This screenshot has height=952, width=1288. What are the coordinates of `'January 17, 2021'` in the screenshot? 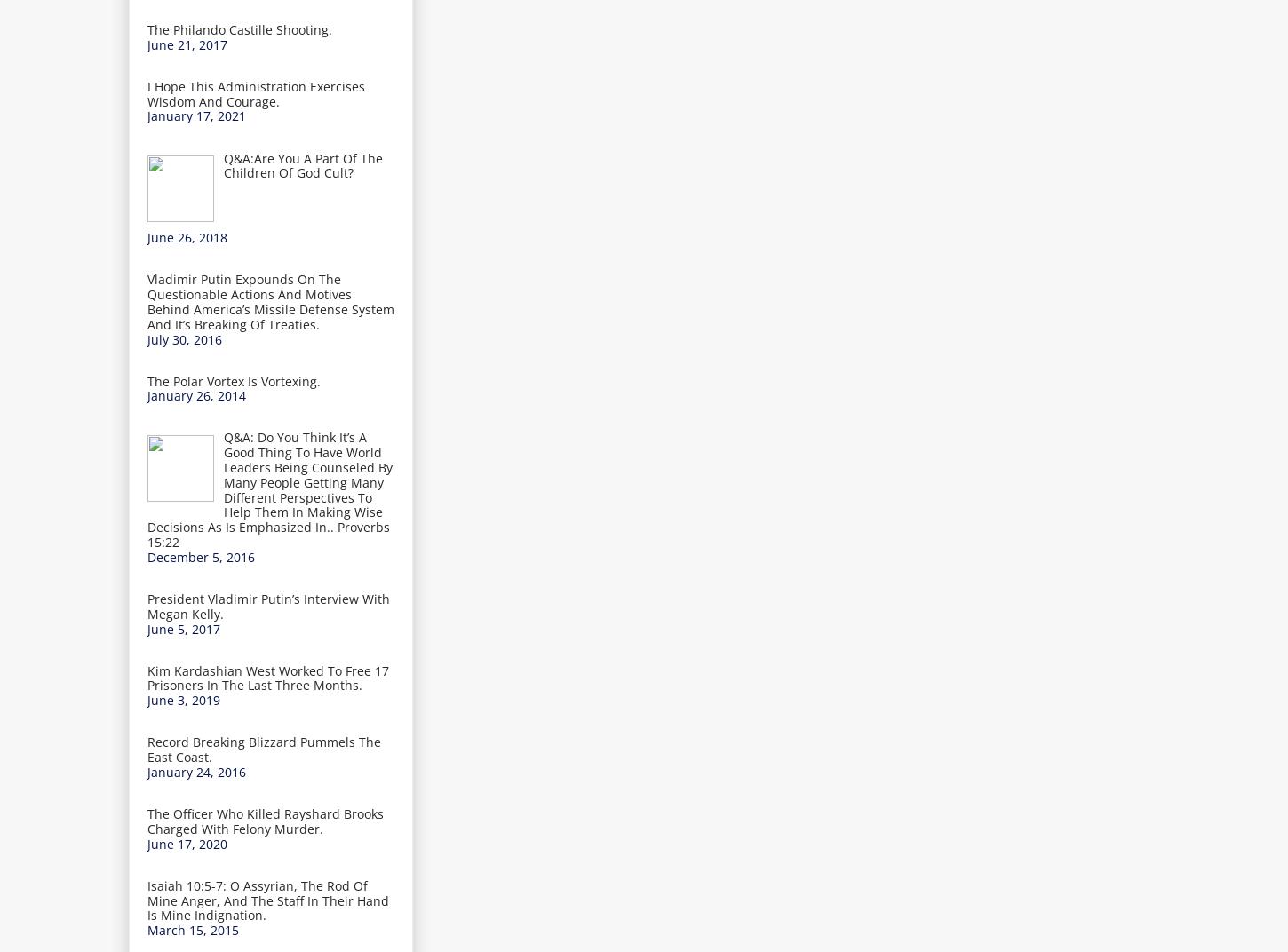 It's located at (195, 115).